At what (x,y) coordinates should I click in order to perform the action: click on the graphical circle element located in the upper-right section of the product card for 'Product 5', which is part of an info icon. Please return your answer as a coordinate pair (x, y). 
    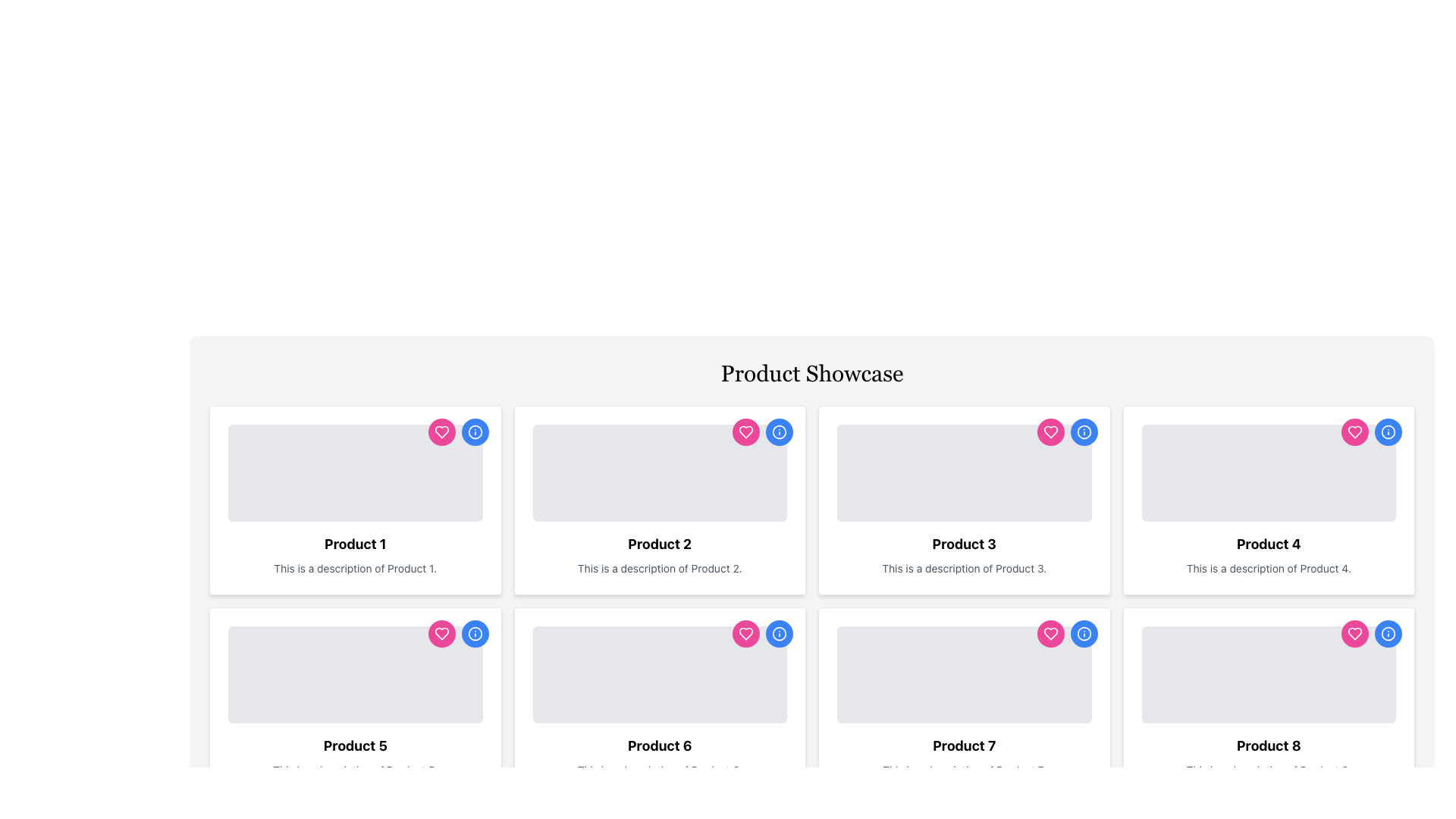
    Looking at the image, I should click on (474, 634).